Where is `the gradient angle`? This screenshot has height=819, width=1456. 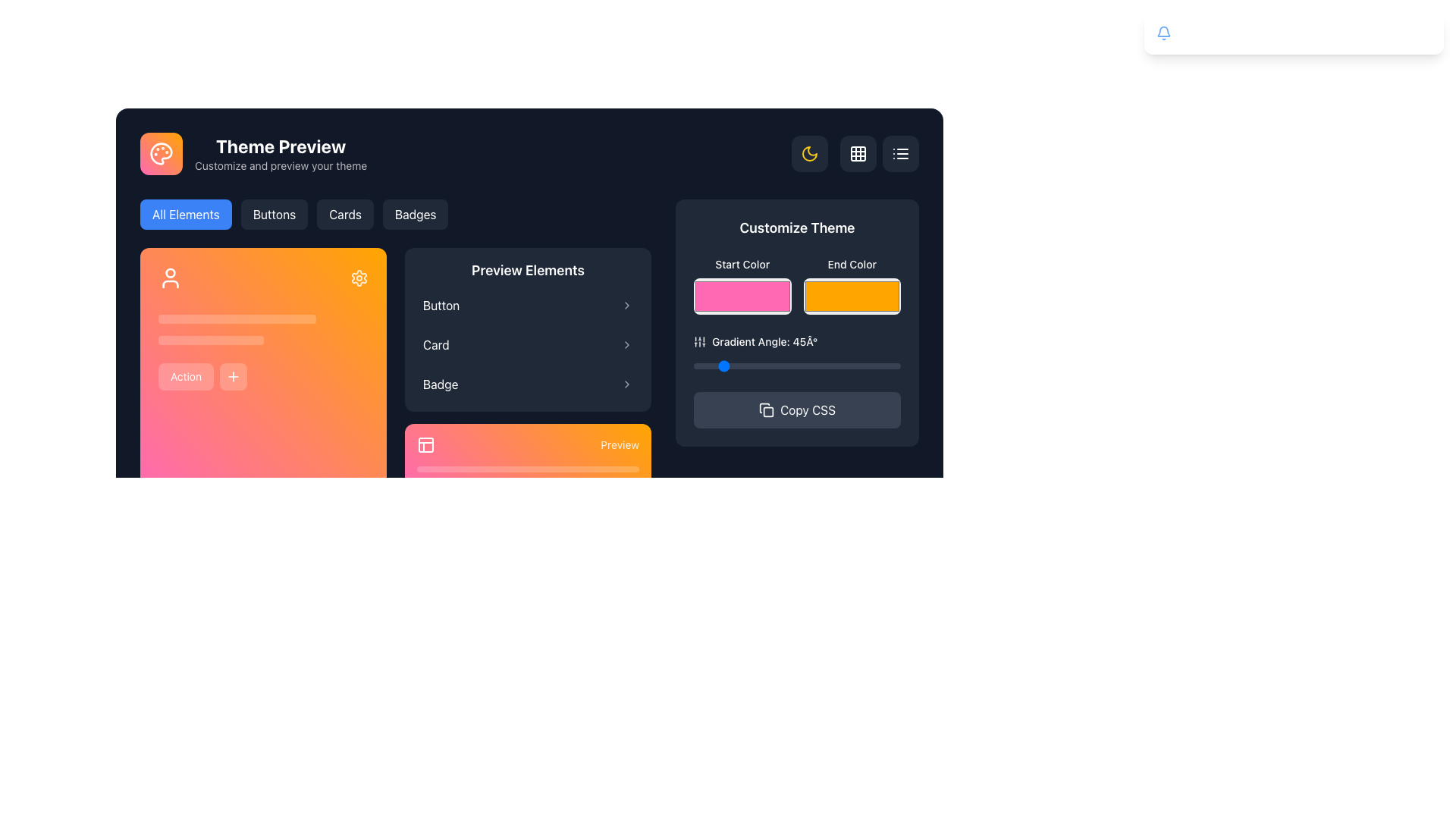 the gradient angle is located at coordinates (700, 366).